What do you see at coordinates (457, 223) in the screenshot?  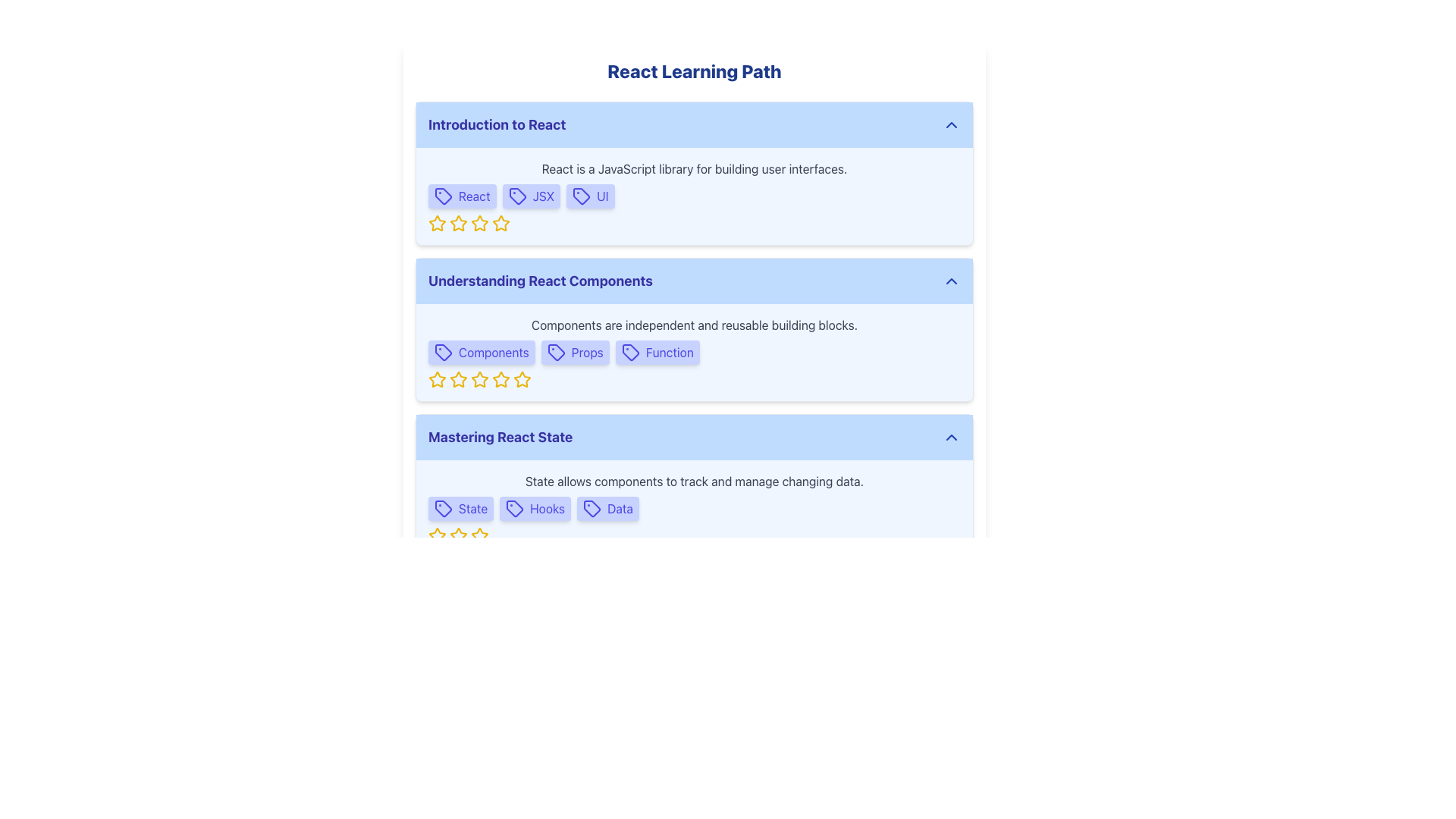 I see `the third star rating icon` at bounding box center [457, 223].